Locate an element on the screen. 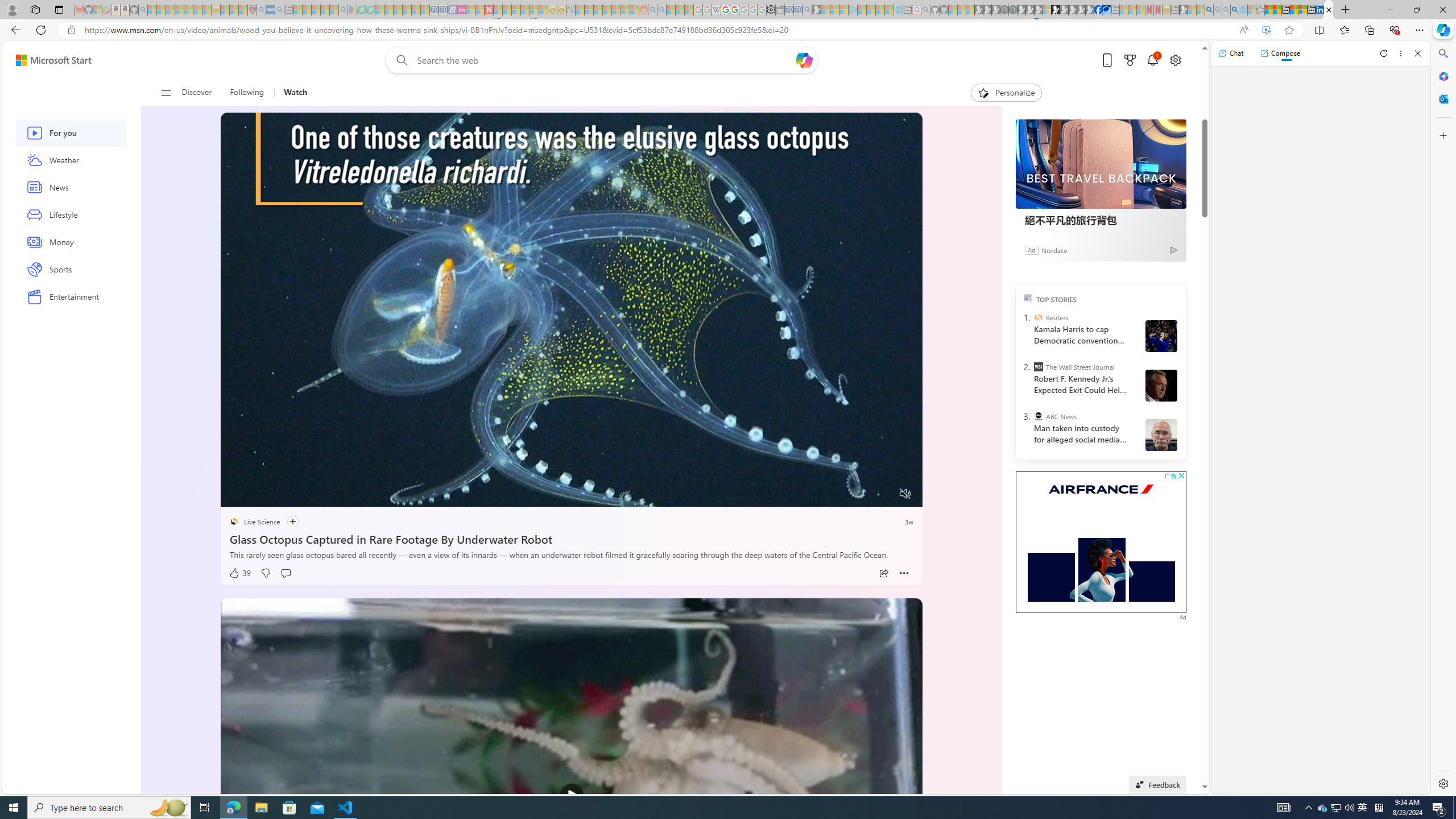 This screenshot has height=819, width=1456. 'Google Chrome Internet Browser Download - Search Images' is located at coordinates (1234, 9).